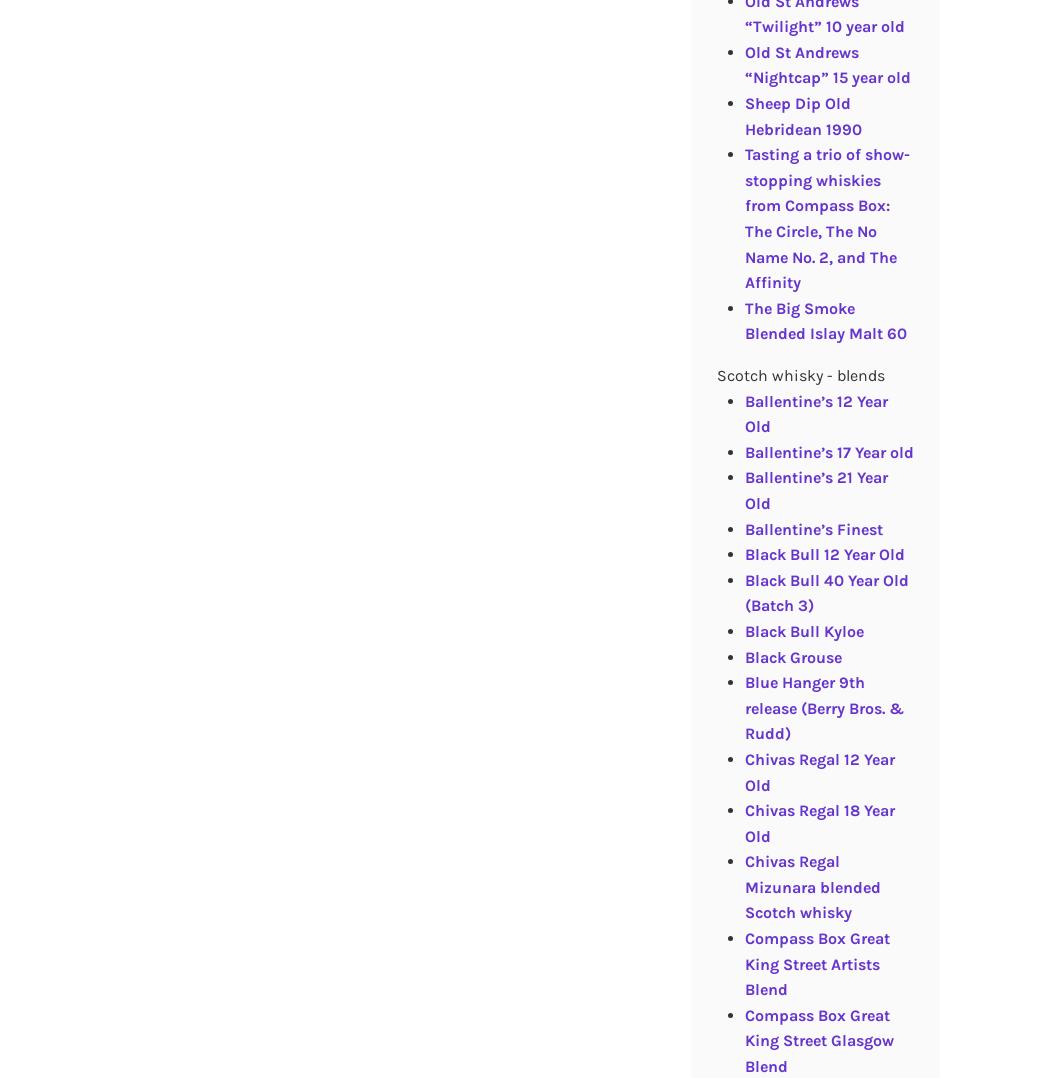 The image size is (1050, 1078). What do you see at coordinates (814, 488) in the screenshot?
I see `'Ballentine’s 21 Year Old'` at bounding box center [814, 488].